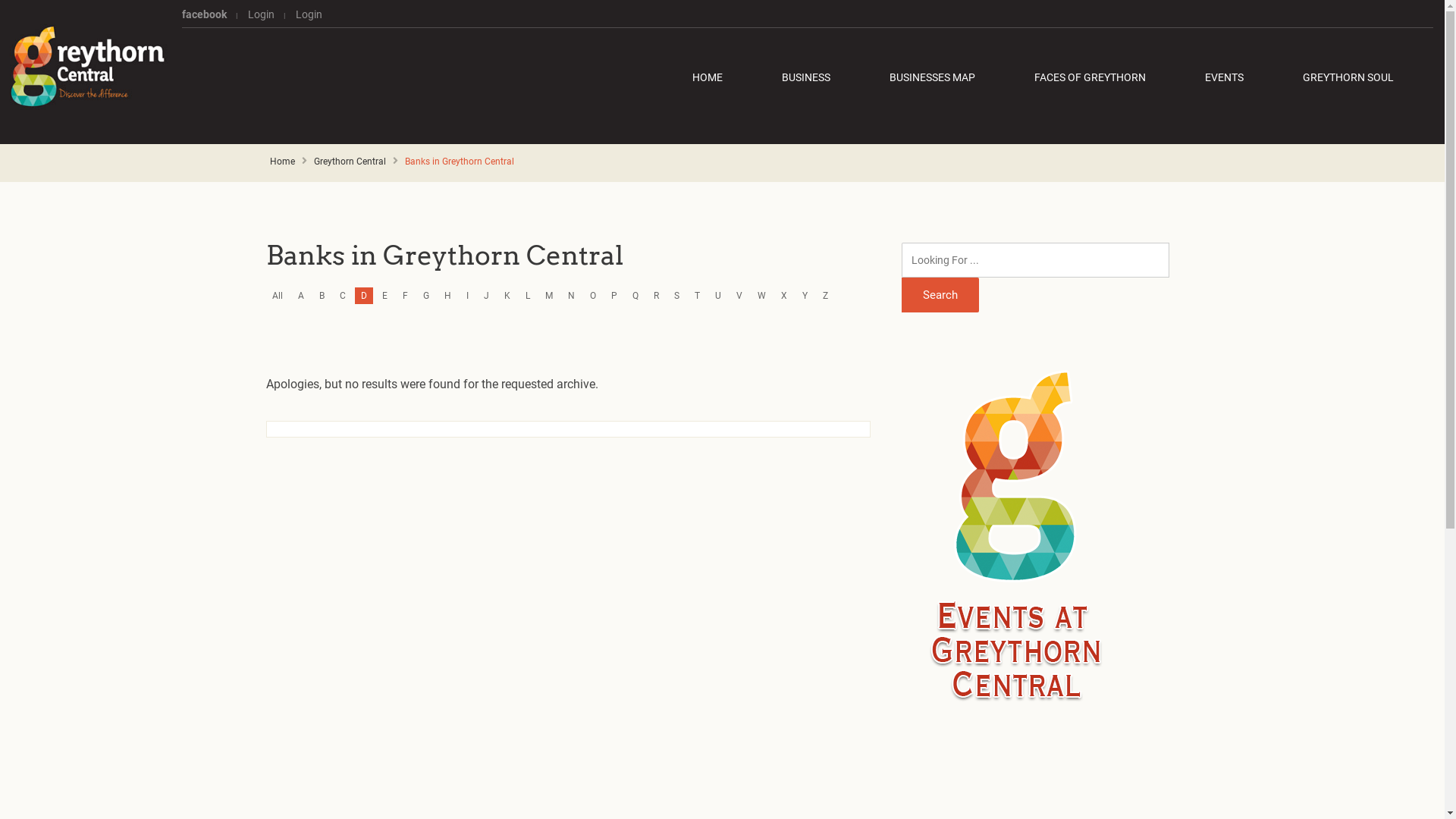 The width and height of the screenshot is (1456, 819). Describe the element at coordinates (656, 295) in the screenshot. I see `'R'` at that location.